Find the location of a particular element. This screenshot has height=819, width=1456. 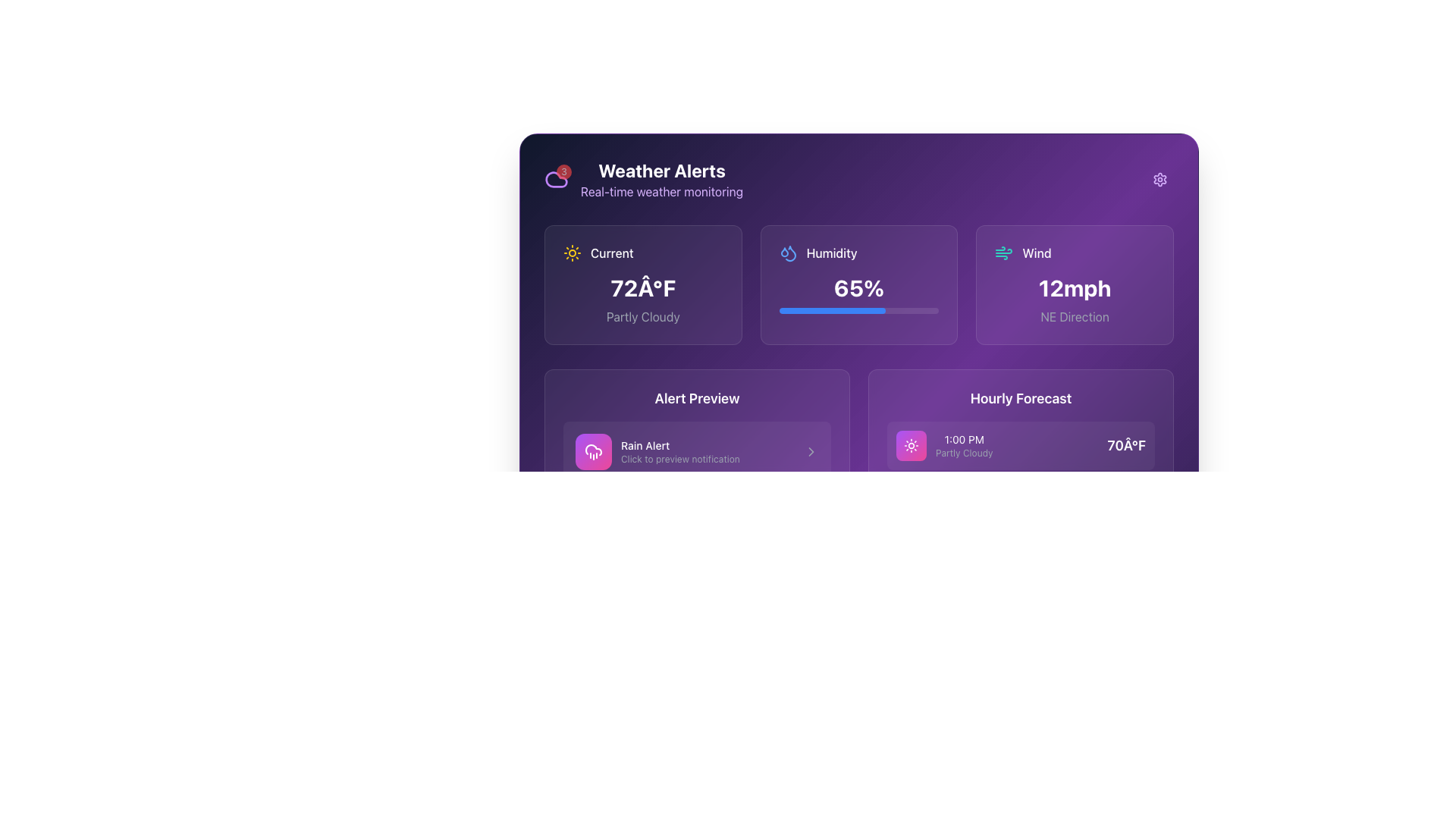

the text label reading 'Click is located at coordinates (707, 458).